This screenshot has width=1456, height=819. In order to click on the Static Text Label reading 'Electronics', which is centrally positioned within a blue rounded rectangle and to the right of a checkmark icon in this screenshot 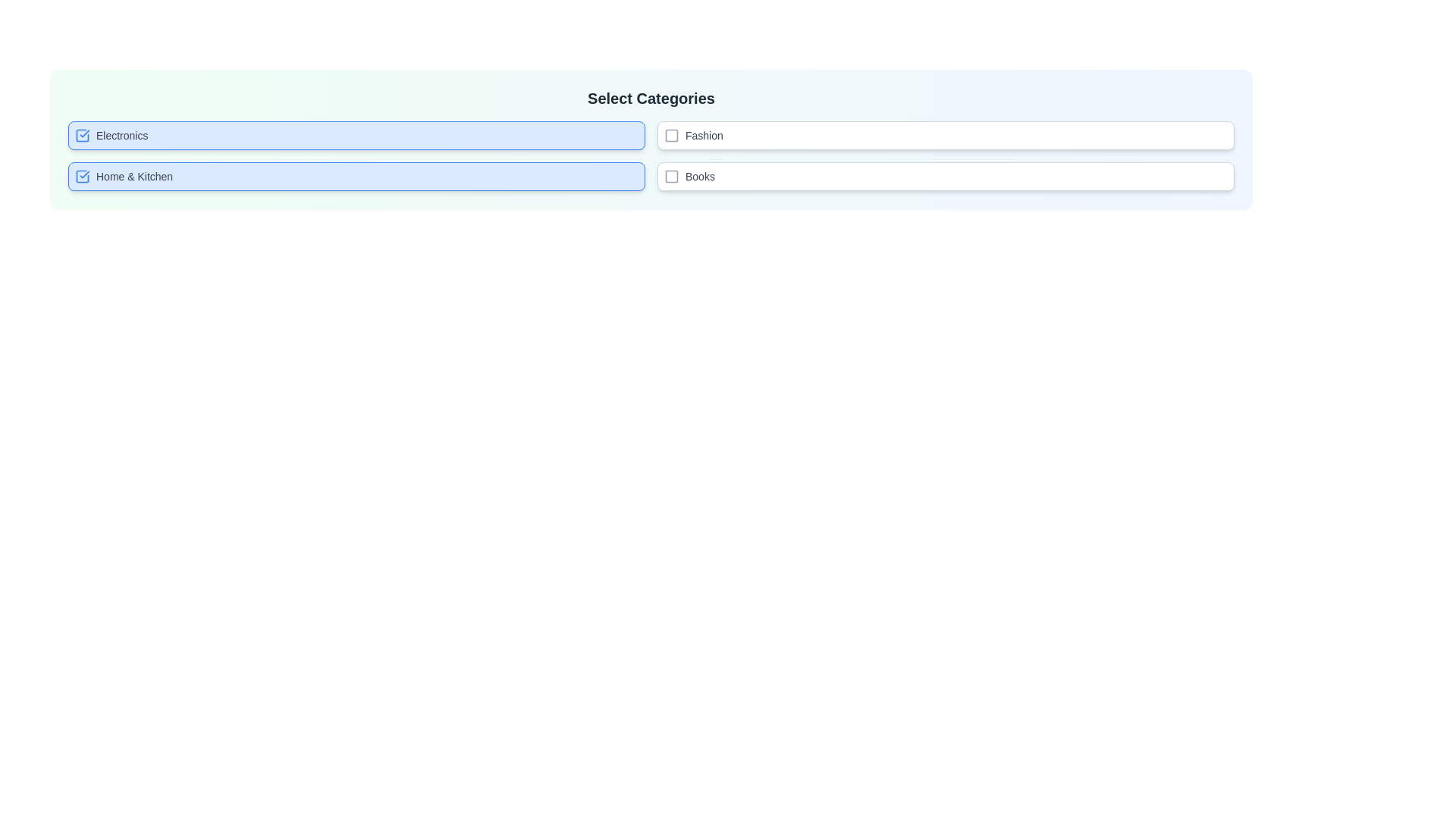, I will do `click(122, 134)`.